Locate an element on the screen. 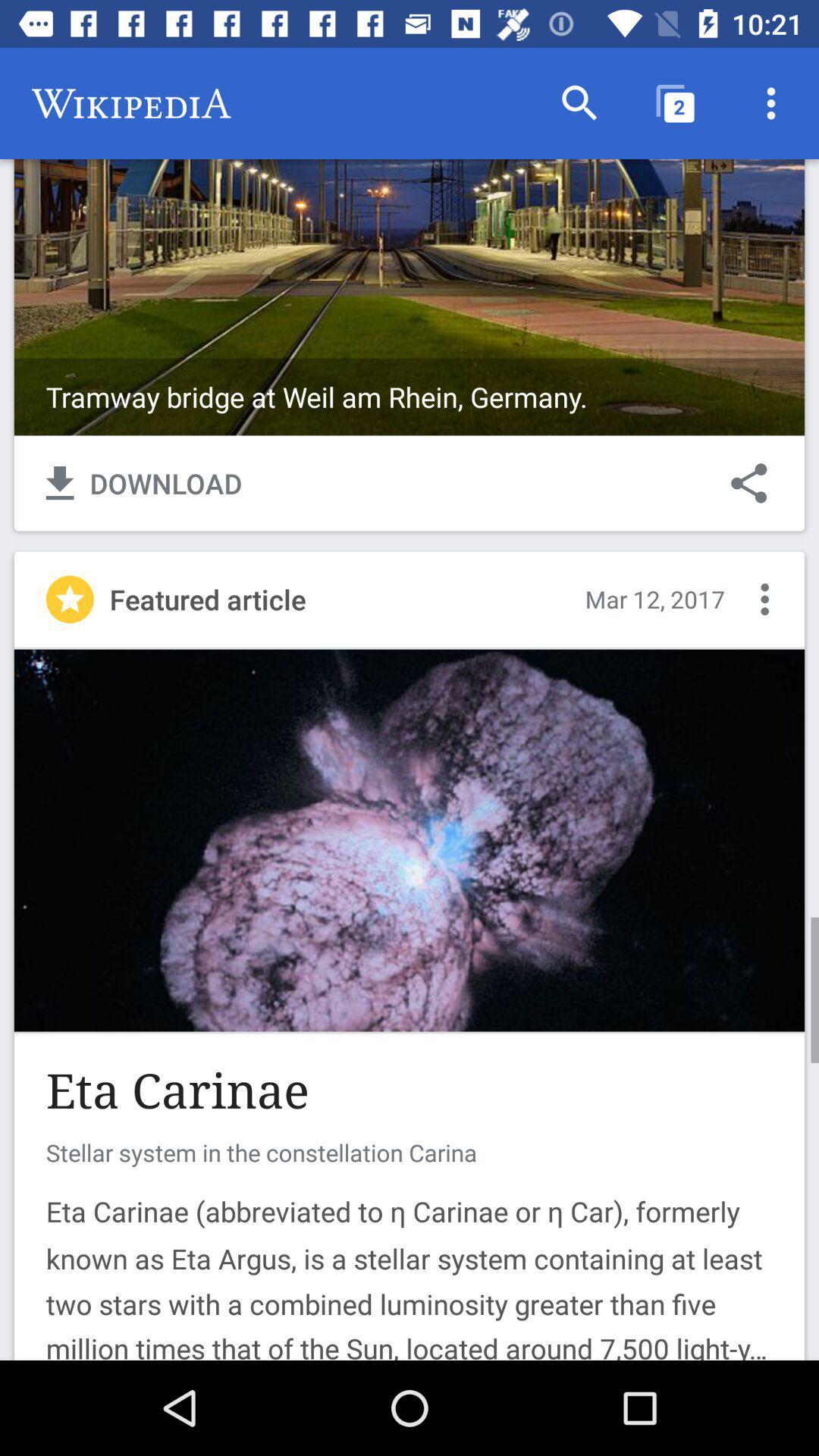  the icon to the right of download item is located at coordinates (748, 482).